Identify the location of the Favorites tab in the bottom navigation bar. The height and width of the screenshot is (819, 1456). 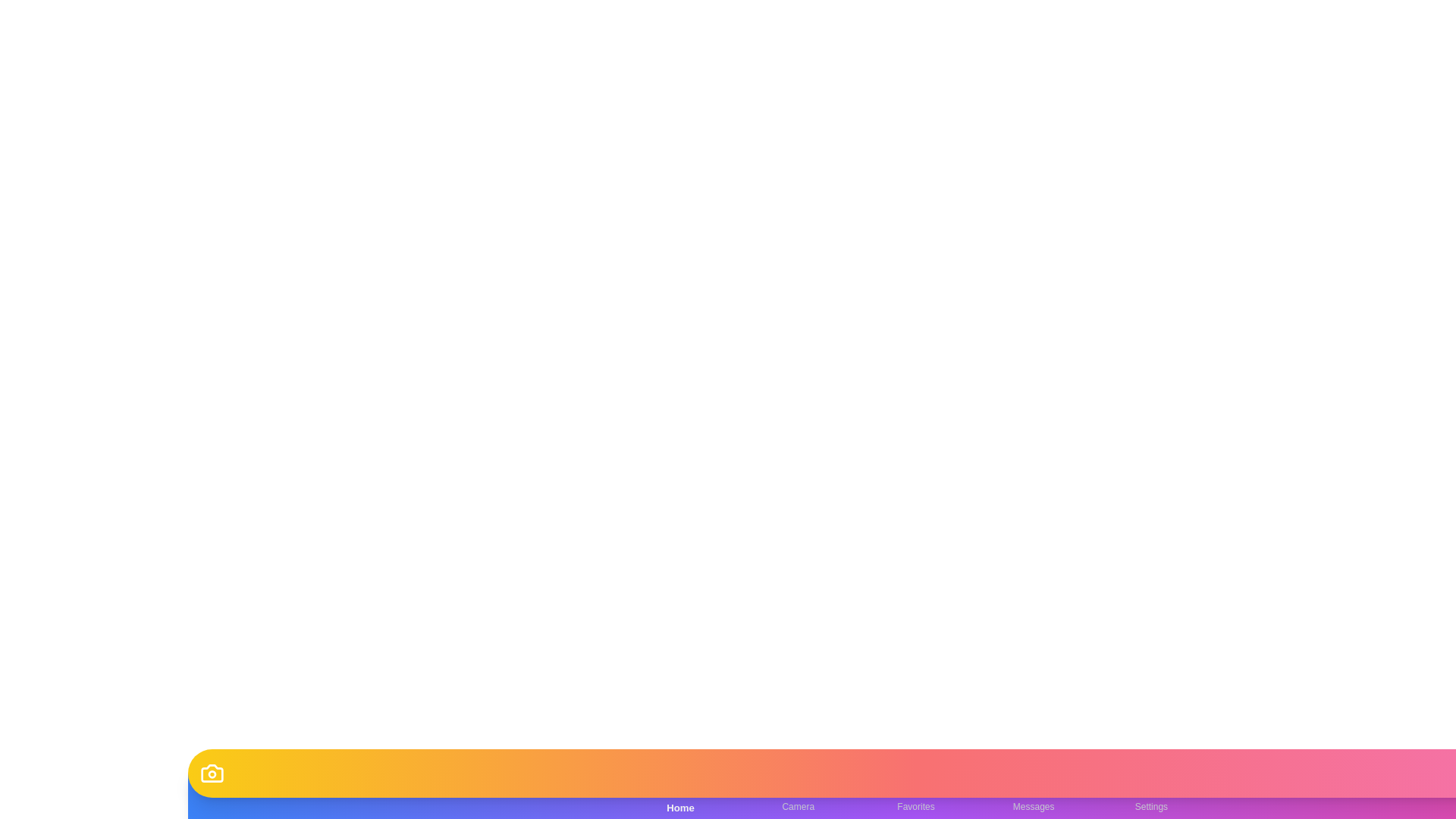
(915, 795).